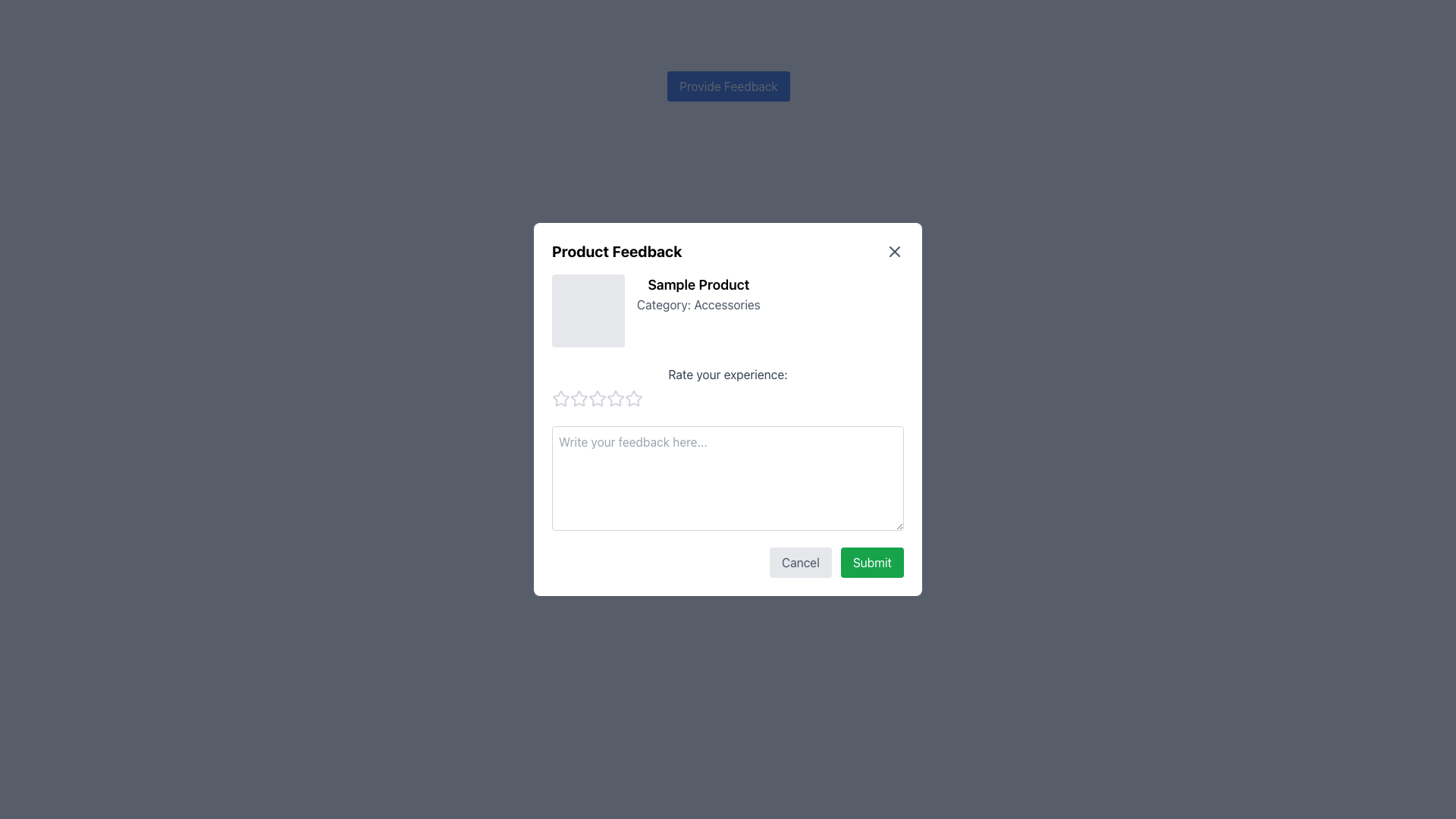  I want to click on the third star icon from the left in the group of five, located below the text 'Rate your experience:', so click(615, 397).